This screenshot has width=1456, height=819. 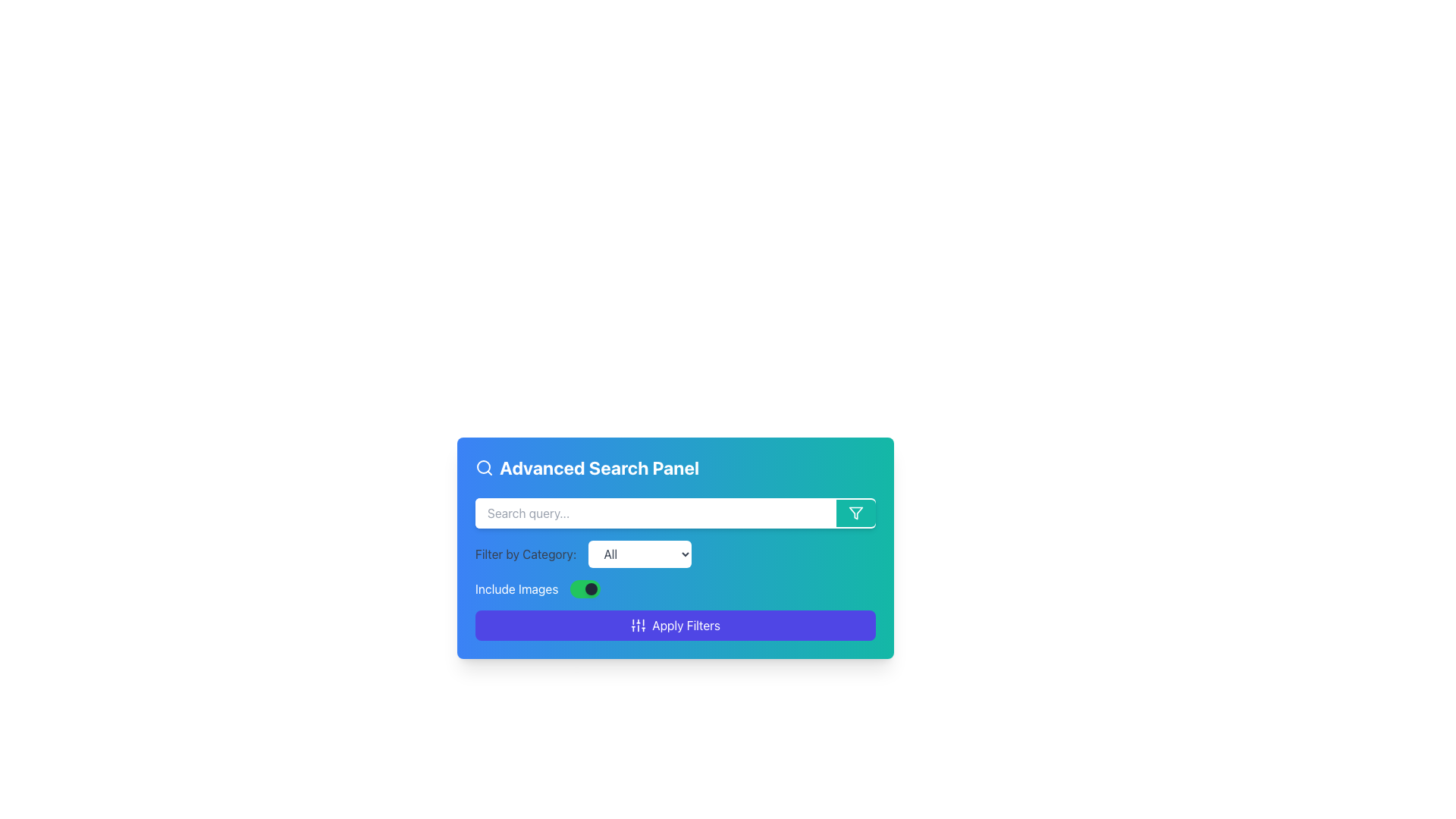 What do you see at coordinates (675, 588) in the screenshot?
I see `the toggle switch in the Advanced Search Panel` at bounding box center [675, 588].